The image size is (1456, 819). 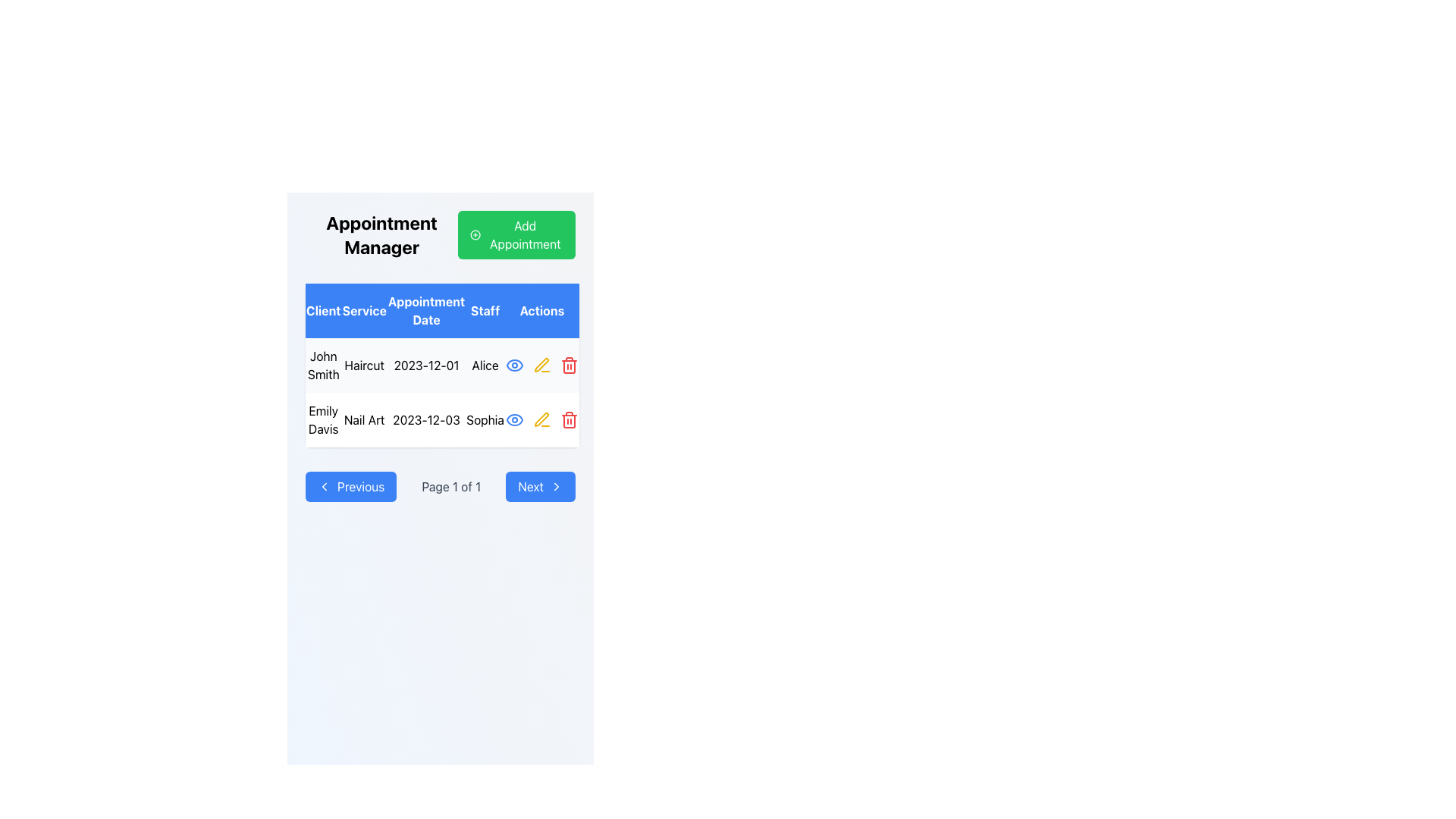 What do you see at coordinates (568, 366) in the screenshot?
I see `the red trash can icon in the Actions column of the second row corresponding to 'Emily Davis - Nail Art' booking details` at bounding box center [568, 366].